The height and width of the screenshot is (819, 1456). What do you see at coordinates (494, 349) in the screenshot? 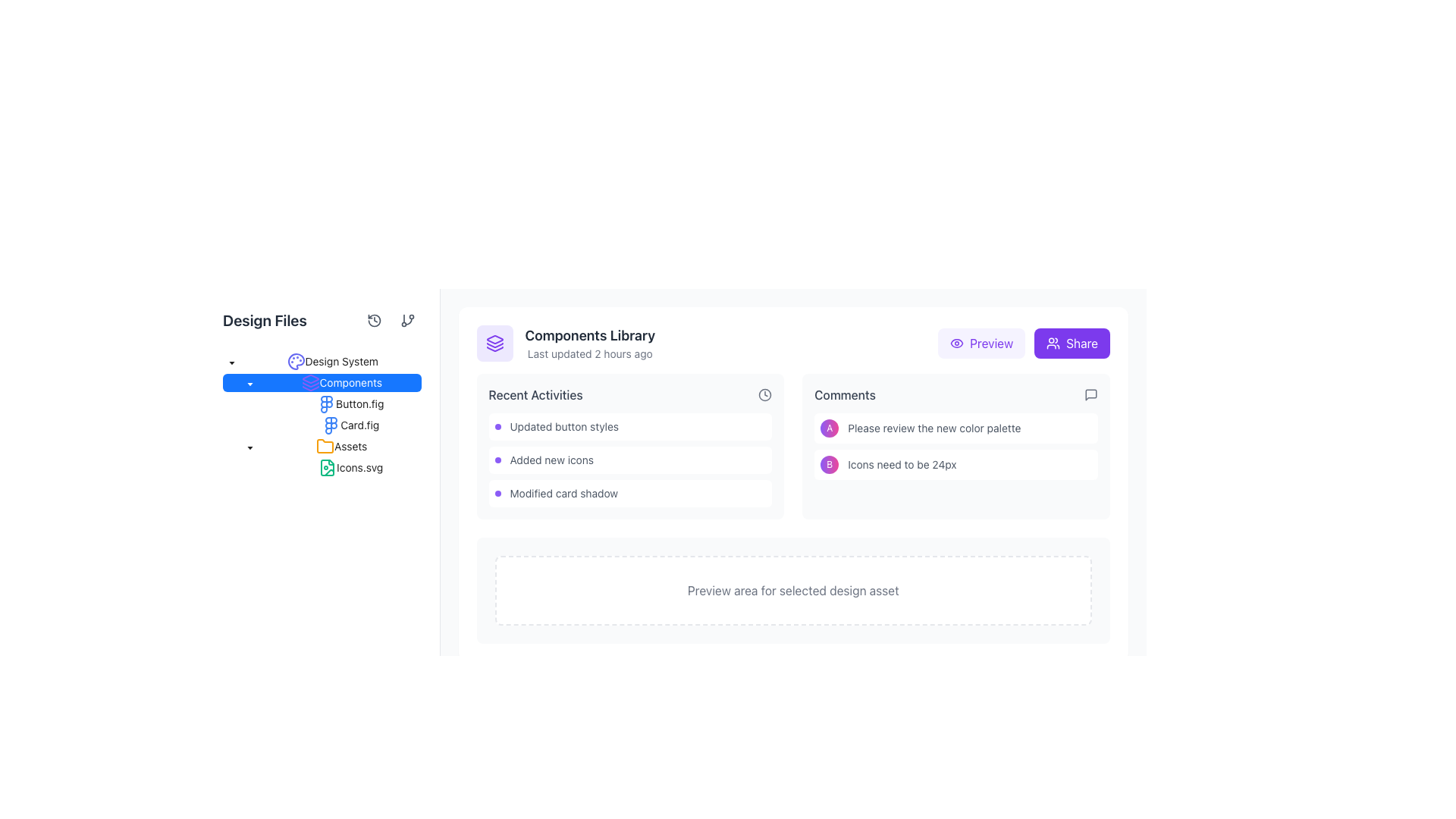
I see `the third and bottom-most triangular shape inside the purple-stylized stack icon located on the left-hand side of the 'Components Library' header` at bounding box center [494, 349].